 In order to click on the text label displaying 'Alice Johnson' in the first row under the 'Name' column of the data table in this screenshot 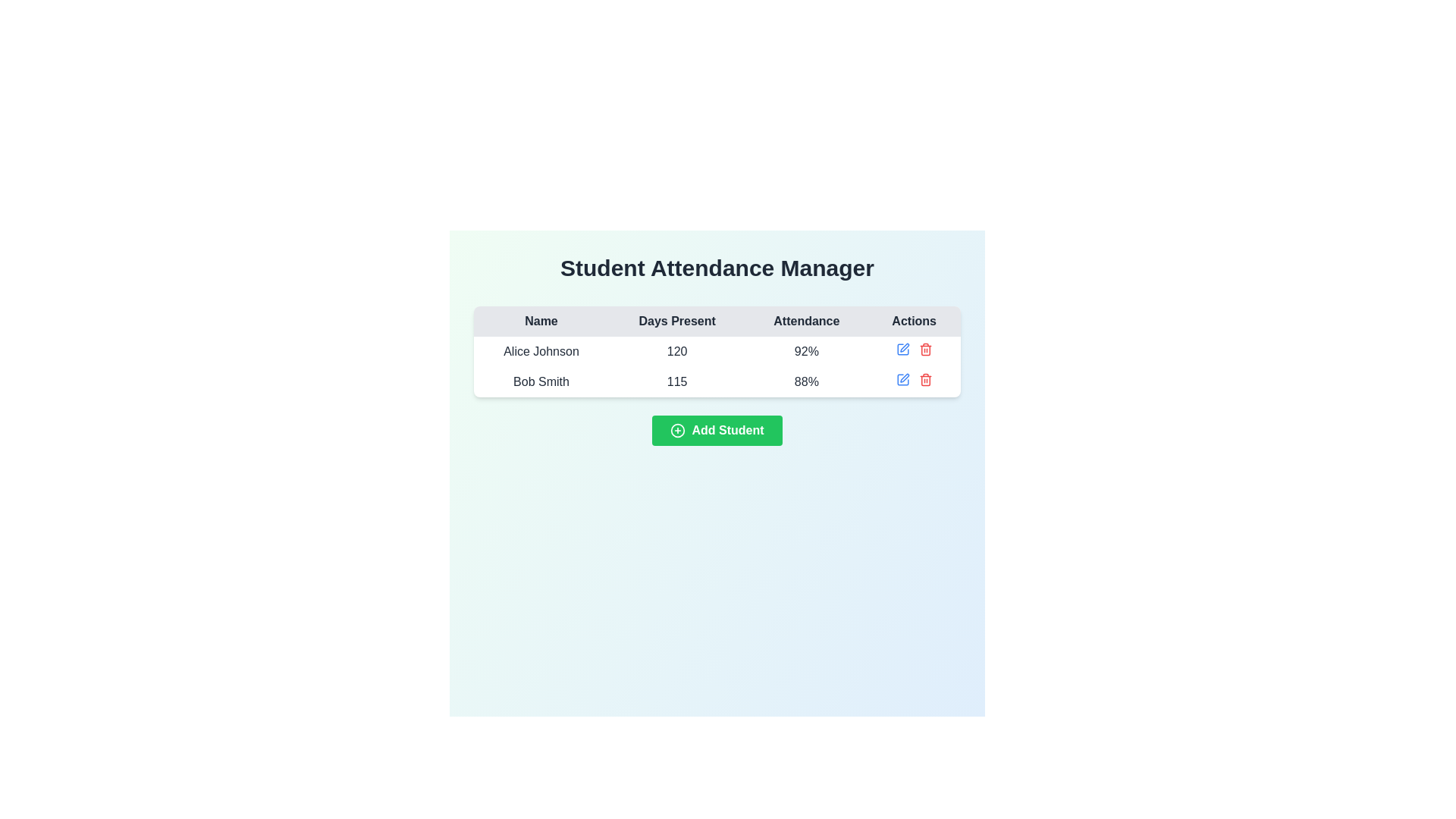, I will do `click(541, 351)`.